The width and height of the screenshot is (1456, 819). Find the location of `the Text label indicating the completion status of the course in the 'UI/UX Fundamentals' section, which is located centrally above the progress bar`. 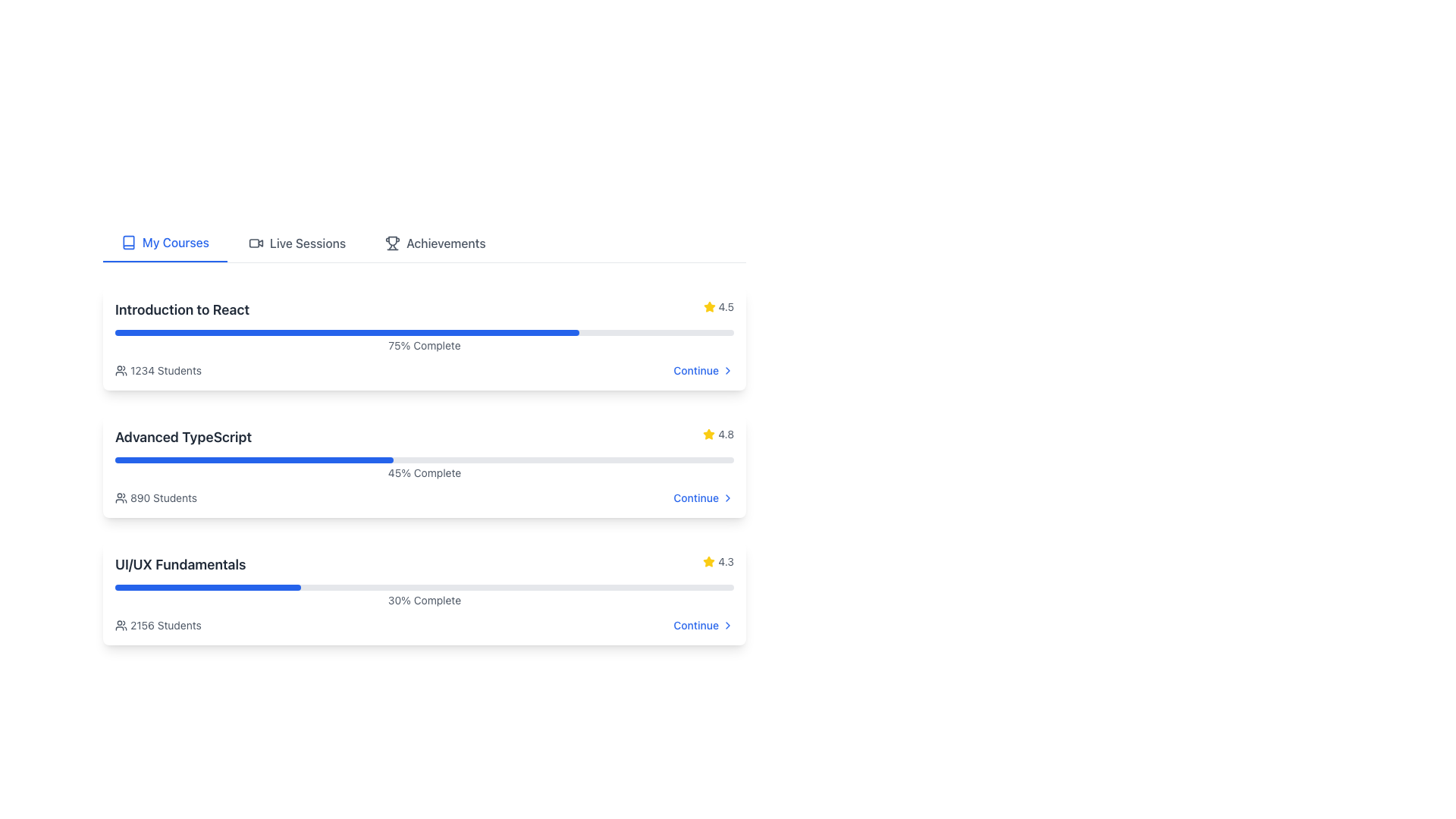

the Text label indicating the completion status of the course in the 'UI/UX Fundamentals' section, which is located centrally above the progress bar is located at coordinates (425, 599).